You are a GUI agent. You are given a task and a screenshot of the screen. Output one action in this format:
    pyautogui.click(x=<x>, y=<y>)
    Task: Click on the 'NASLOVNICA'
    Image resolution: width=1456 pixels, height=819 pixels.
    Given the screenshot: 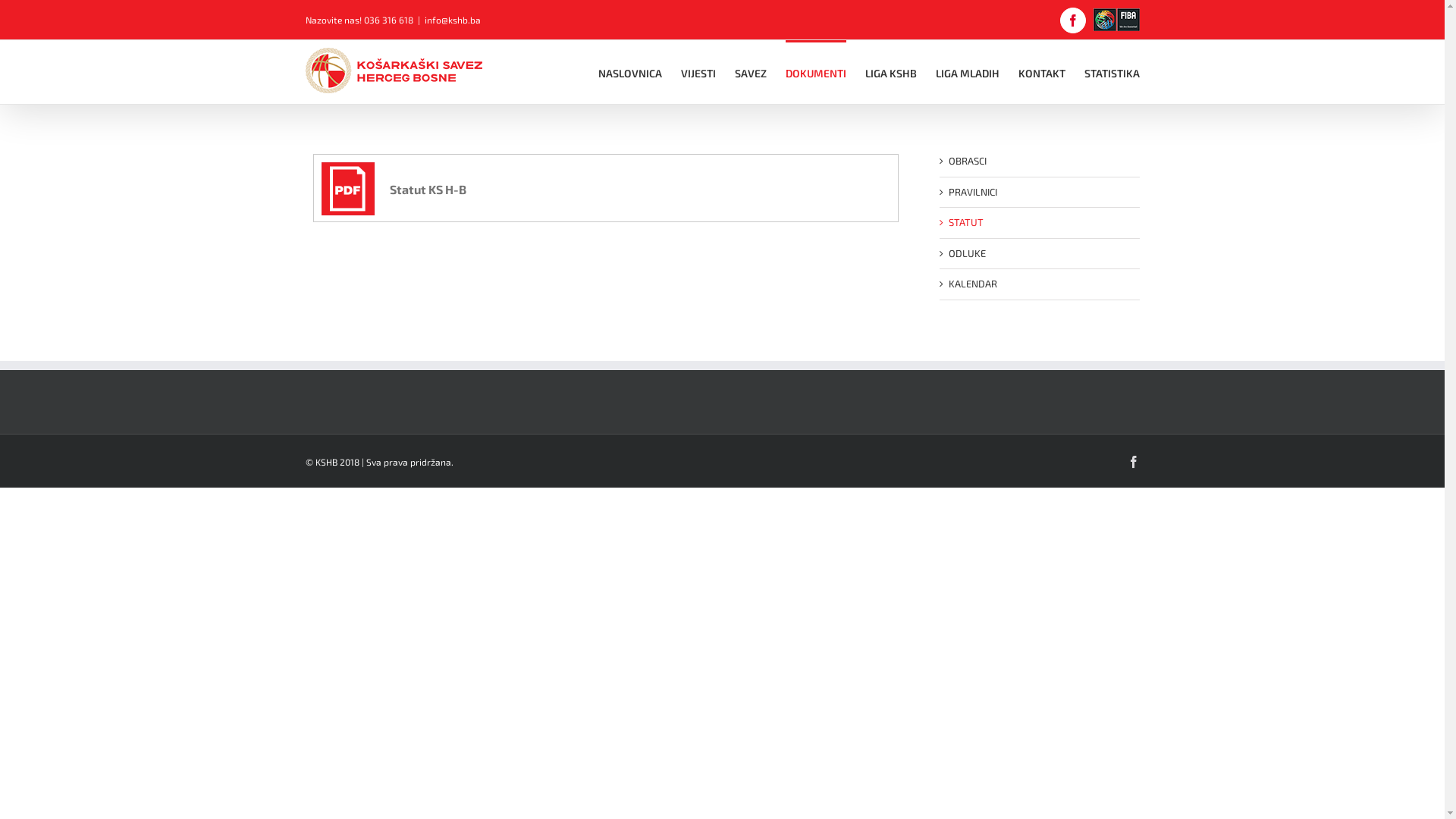 What is the action you would take?
    pyautogui.click(x=629, y=72)
    